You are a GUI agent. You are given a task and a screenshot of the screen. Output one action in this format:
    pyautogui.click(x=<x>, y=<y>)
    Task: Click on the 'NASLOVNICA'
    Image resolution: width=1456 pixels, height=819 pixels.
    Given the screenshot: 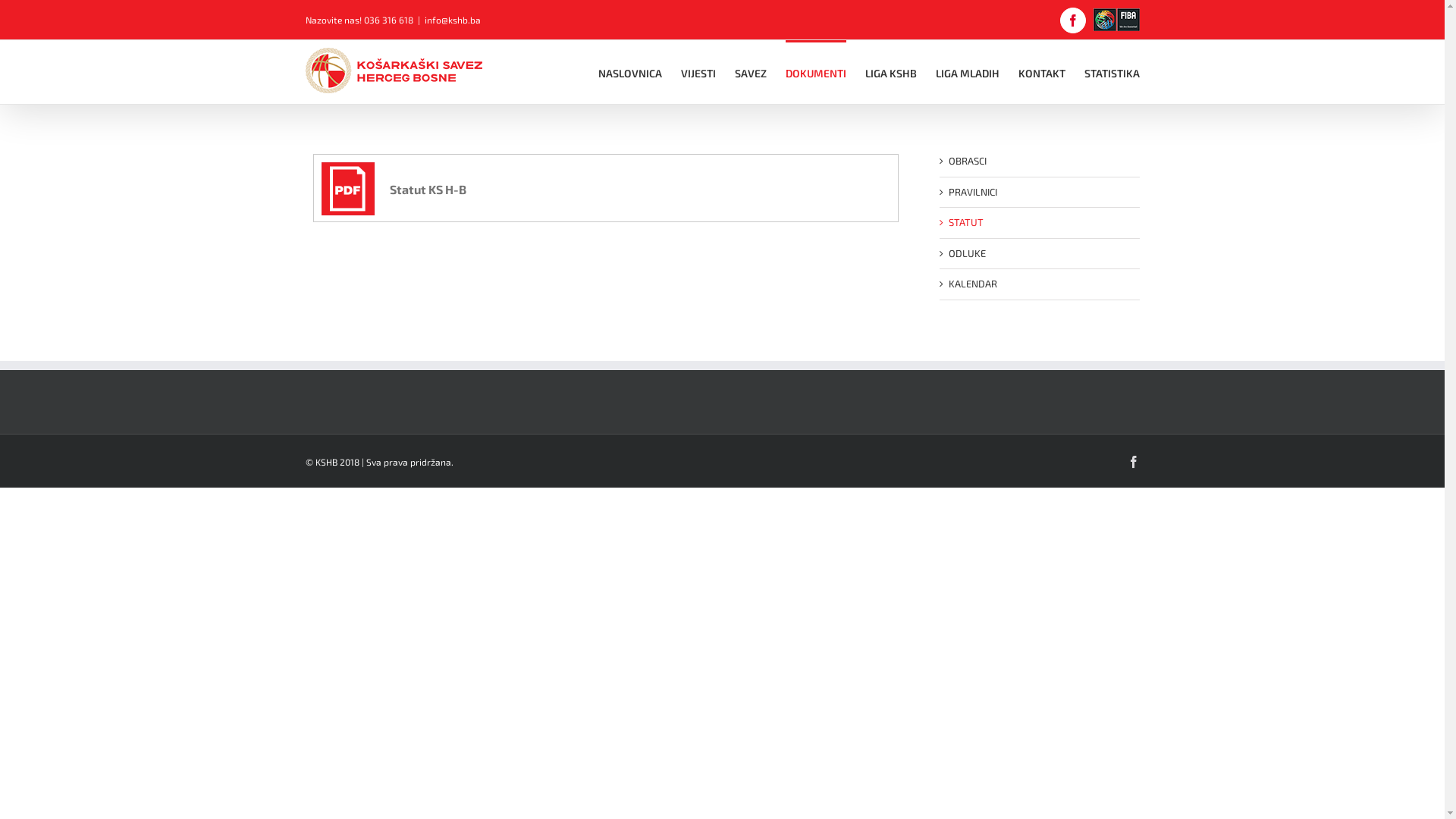 What is the action you would take?
    pyautogui.click(x=629, y=72)
    